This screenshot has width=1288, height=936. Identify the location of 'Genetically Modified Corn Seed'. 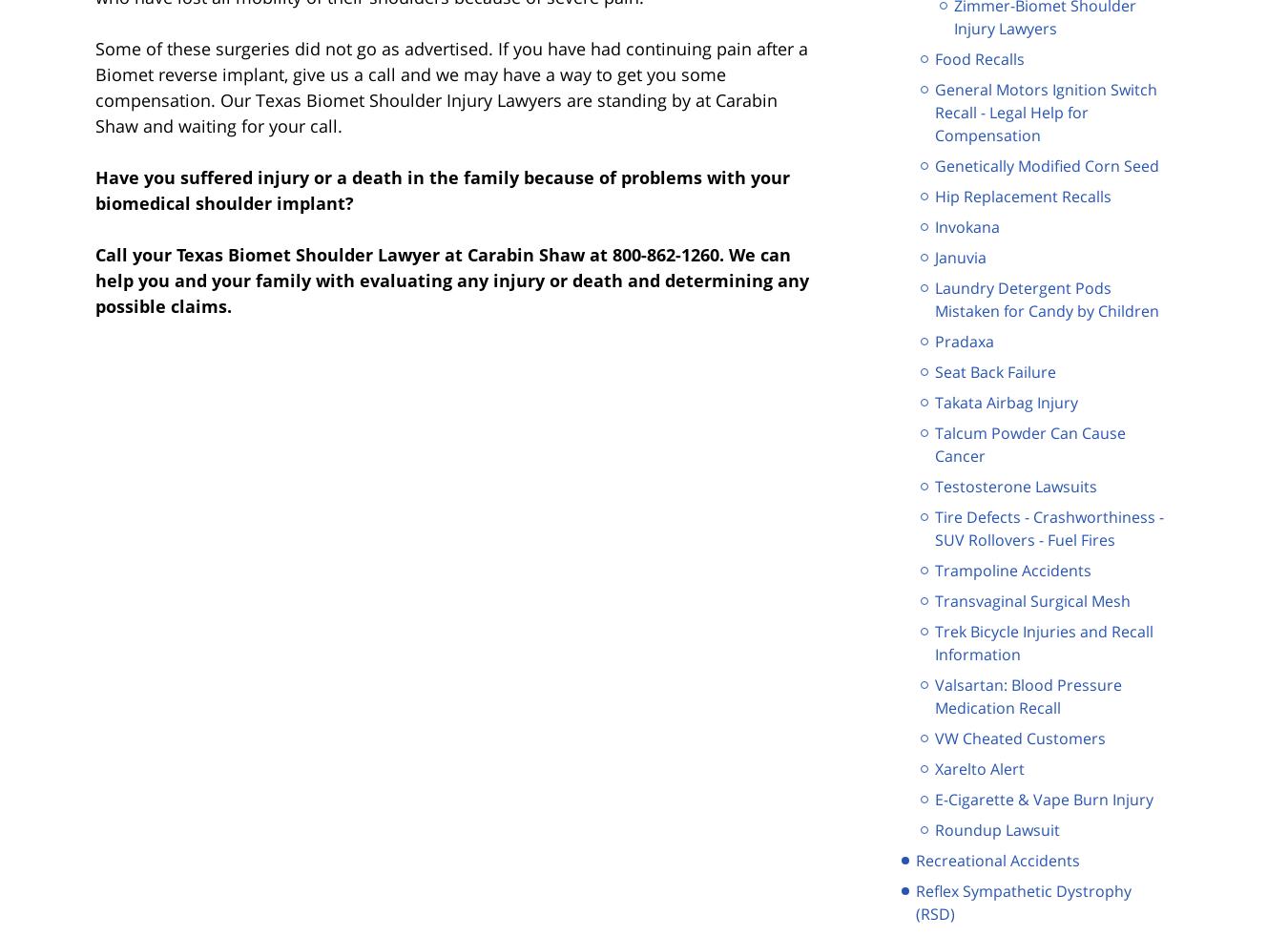
(1047, 164).